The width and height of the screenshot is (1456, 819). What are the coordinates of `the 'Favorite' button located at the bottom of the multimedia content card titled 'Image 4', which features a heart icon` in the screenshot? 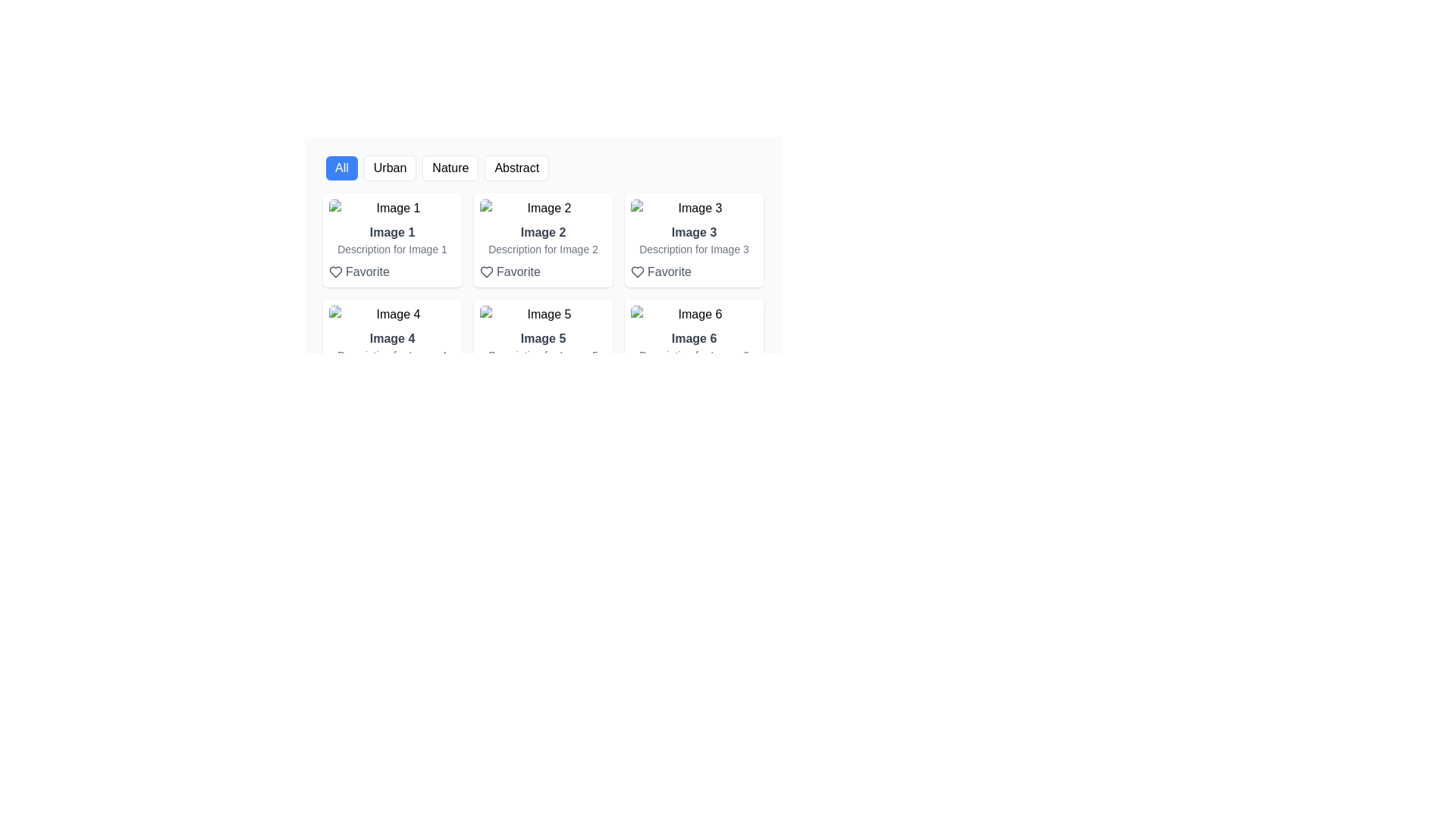 It's located at (392, 359).